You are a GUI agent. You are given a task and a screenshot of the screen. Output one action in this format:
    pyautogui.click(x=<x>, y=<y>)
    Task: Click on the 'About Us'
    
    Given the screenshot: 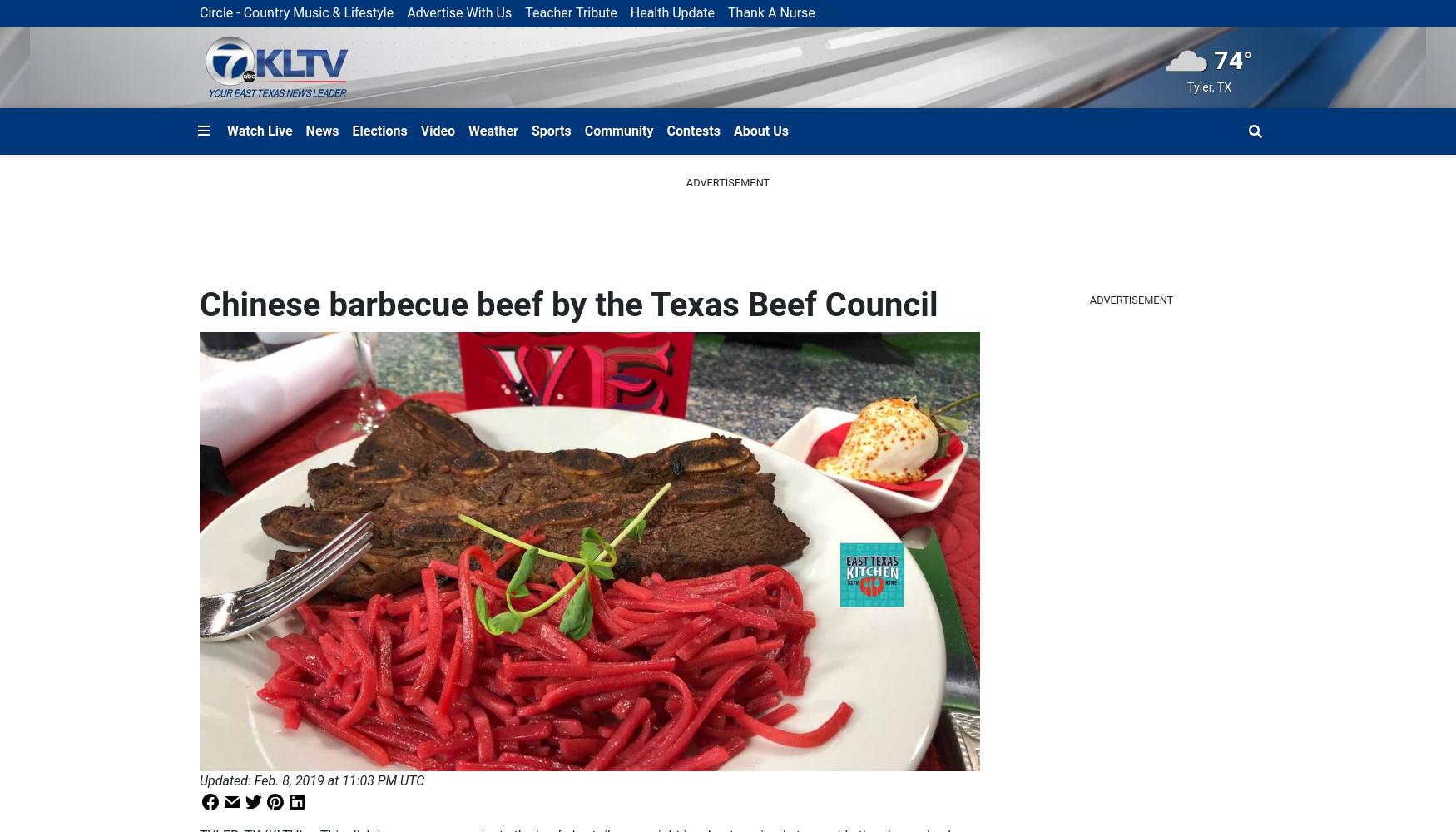 What is the action you would take?
    pyautogui.click(x=760, y=130)
    